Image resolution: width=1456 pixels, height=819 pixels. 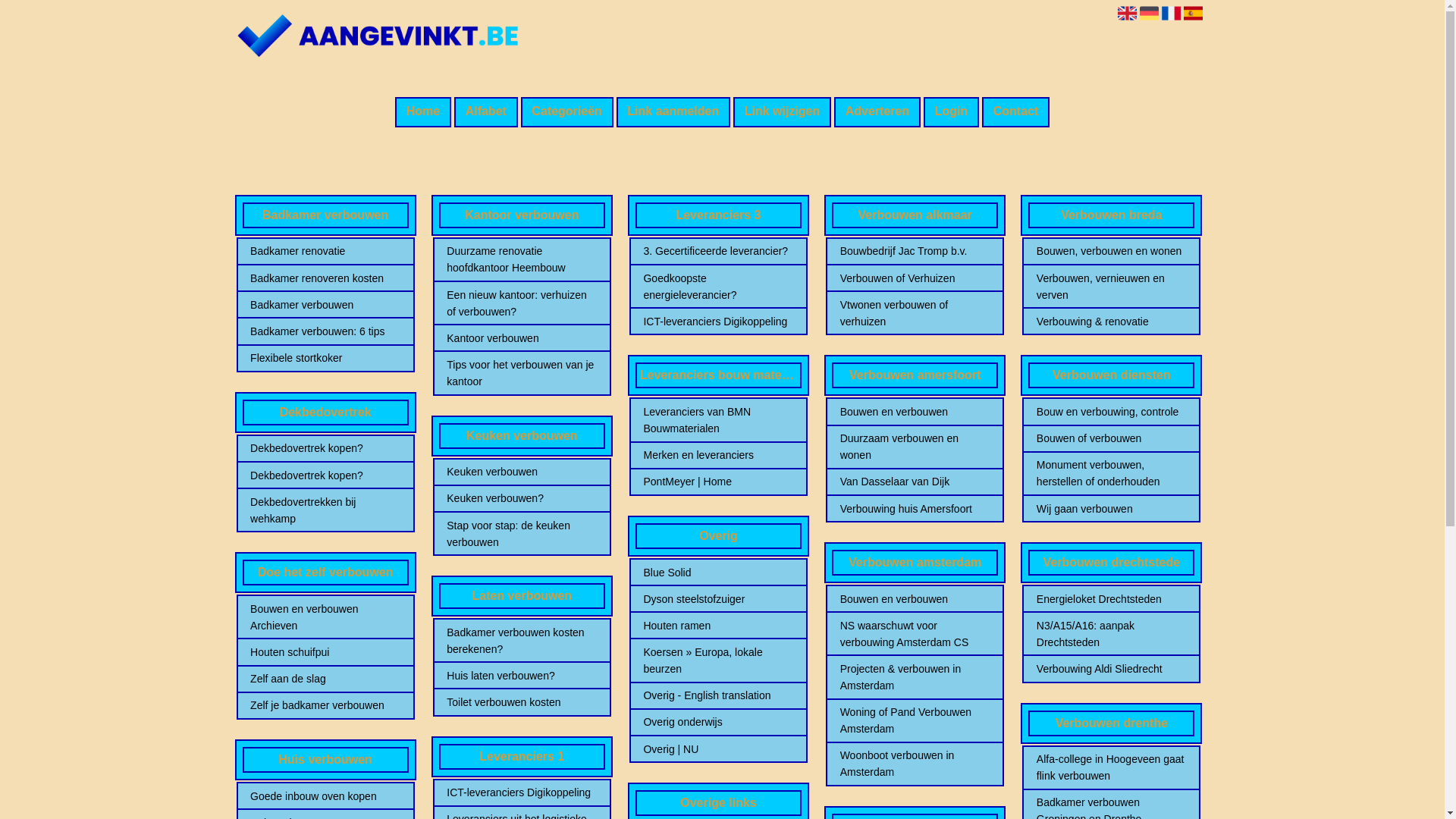 I want to click on 'Home', so click(x=422, y=111).